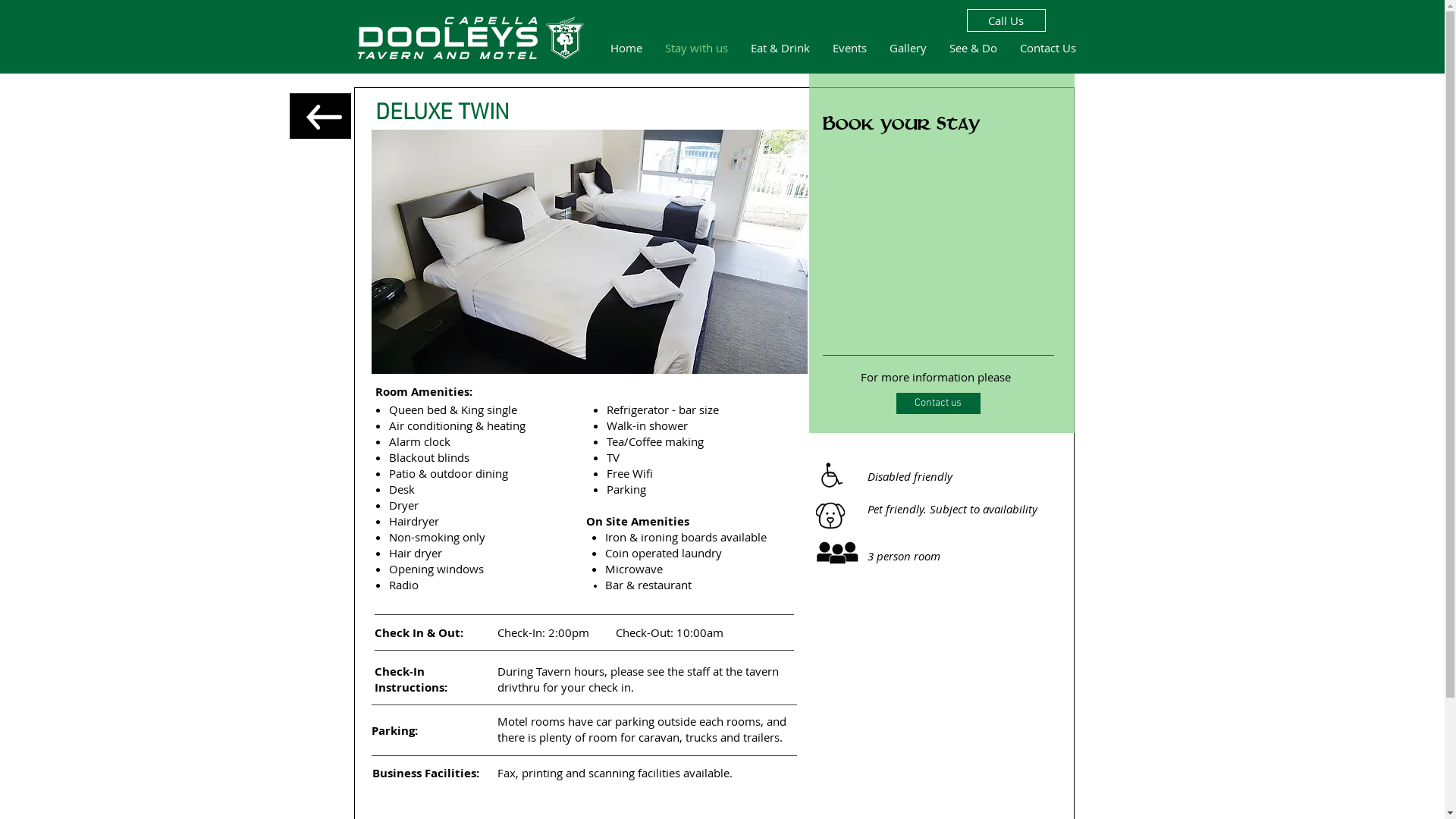 The height and width of the screenshot is (819, 1456). What do you see at coordinates (848, 46) in the screenshot?
I see `'Events'` at bounding box center [848, 46].